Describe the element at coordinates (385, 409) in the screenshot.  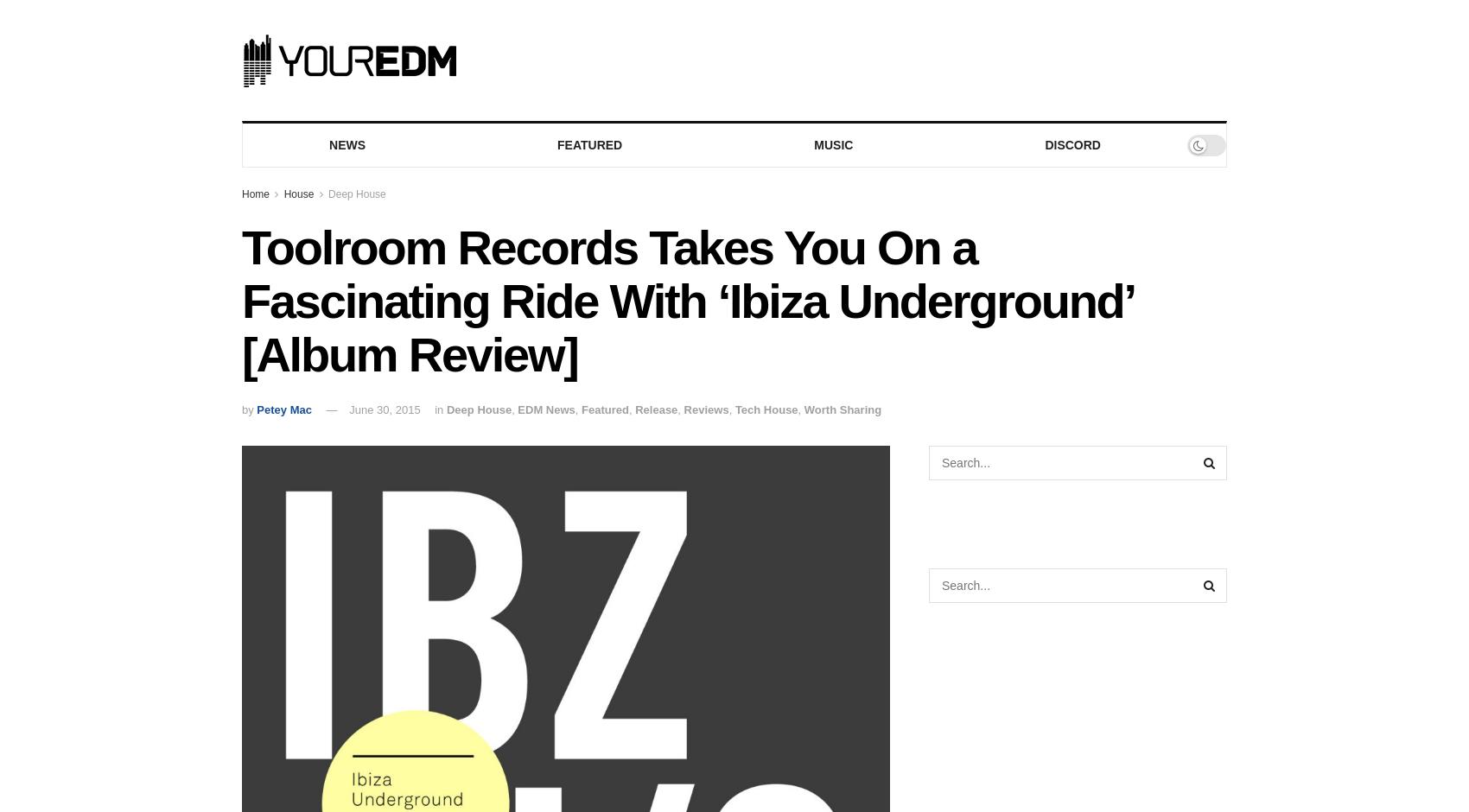
I see `'June 30, 2015'` at that location.